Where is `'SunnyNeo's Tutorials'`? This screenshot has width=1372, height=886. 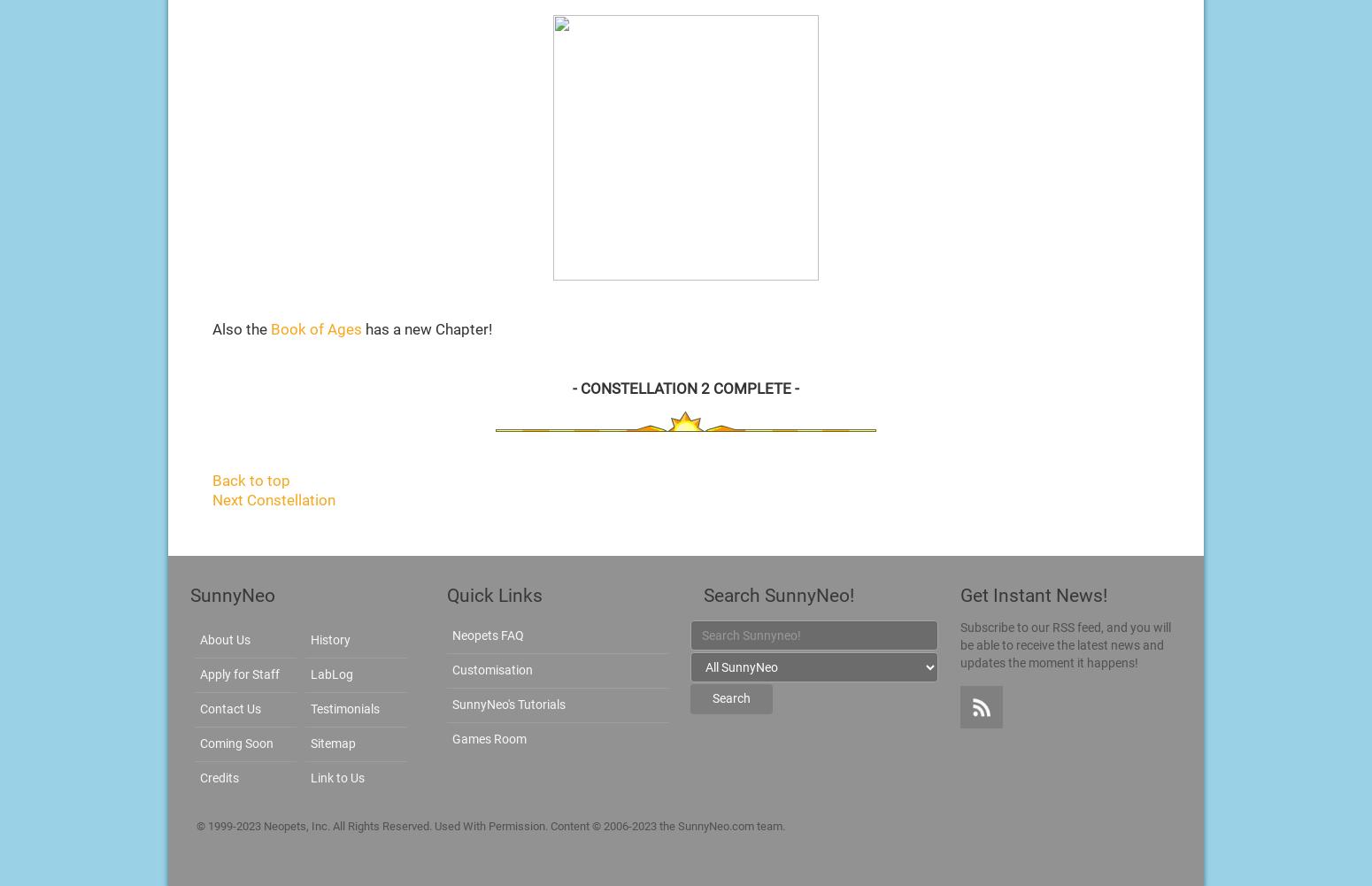 'SunnyNeo's Tutorials' is located at coordinates (451, 703).